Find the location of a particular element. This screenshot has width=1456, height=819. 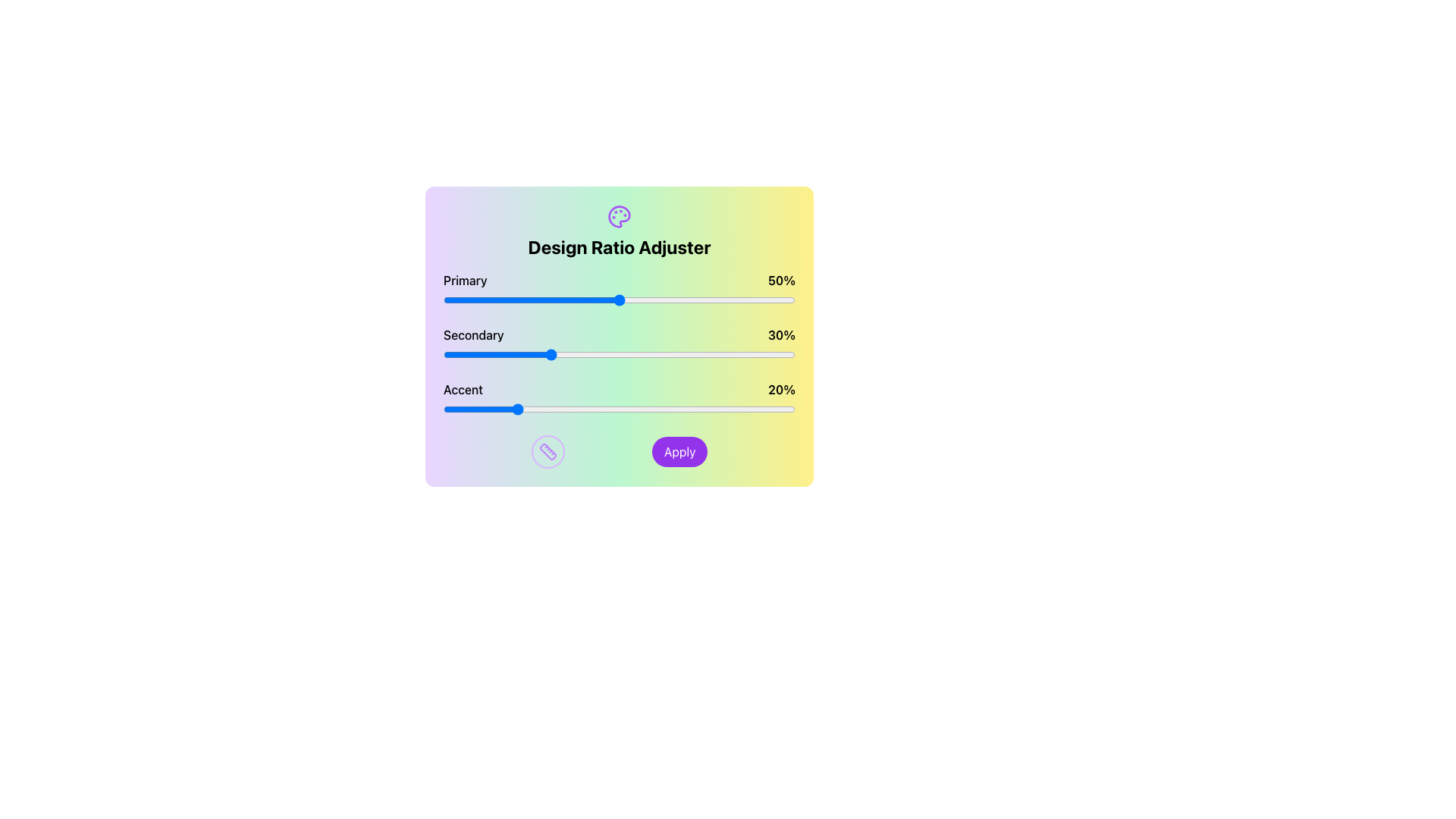

the slider is located at coordinates (463, 354).